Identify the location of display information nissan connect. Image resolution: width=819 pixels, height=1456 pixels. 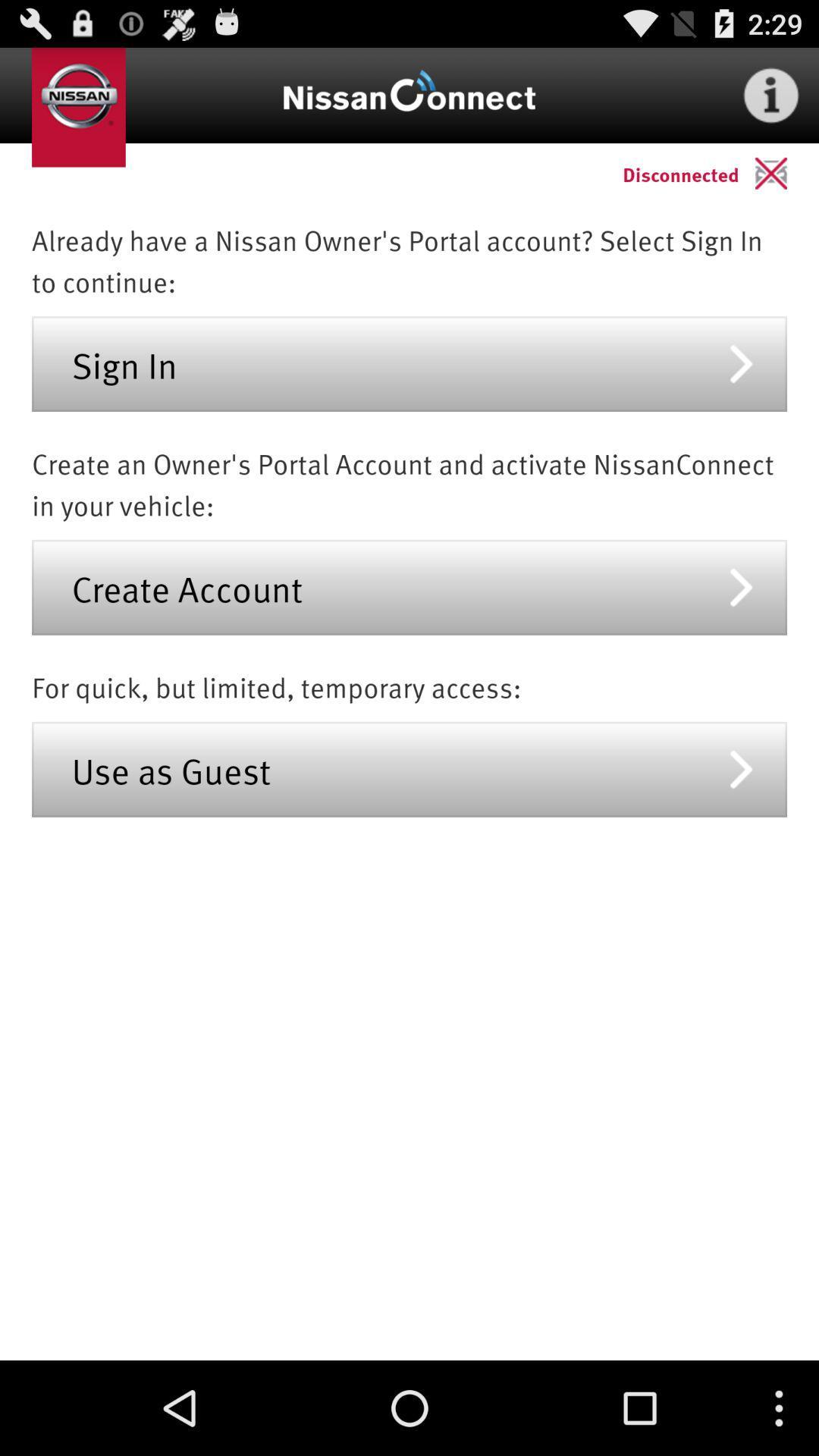
(771, 94).